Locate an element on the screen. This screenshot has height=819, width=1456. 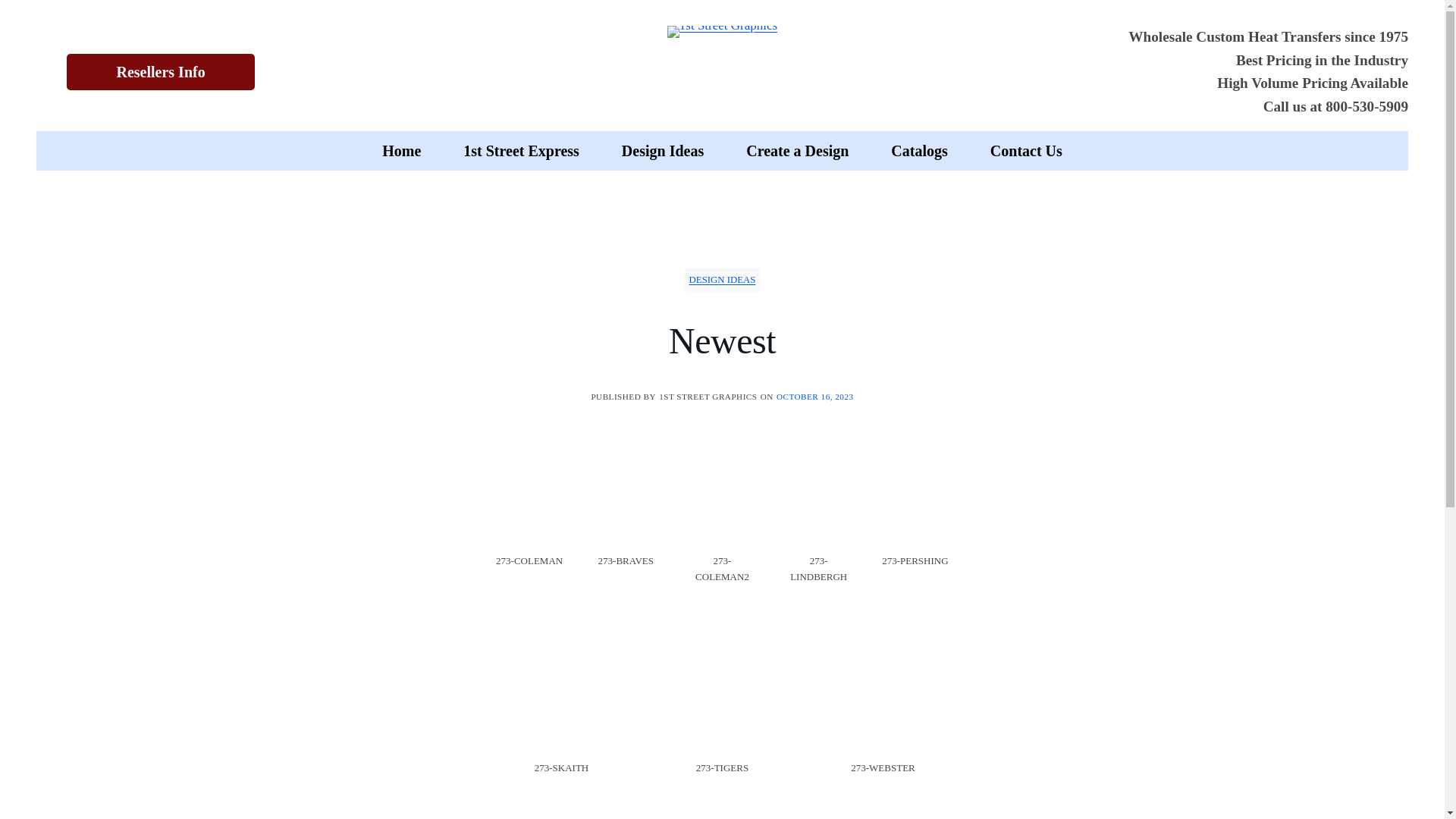
'Design Ideas' is located at coordinates (662, 151).